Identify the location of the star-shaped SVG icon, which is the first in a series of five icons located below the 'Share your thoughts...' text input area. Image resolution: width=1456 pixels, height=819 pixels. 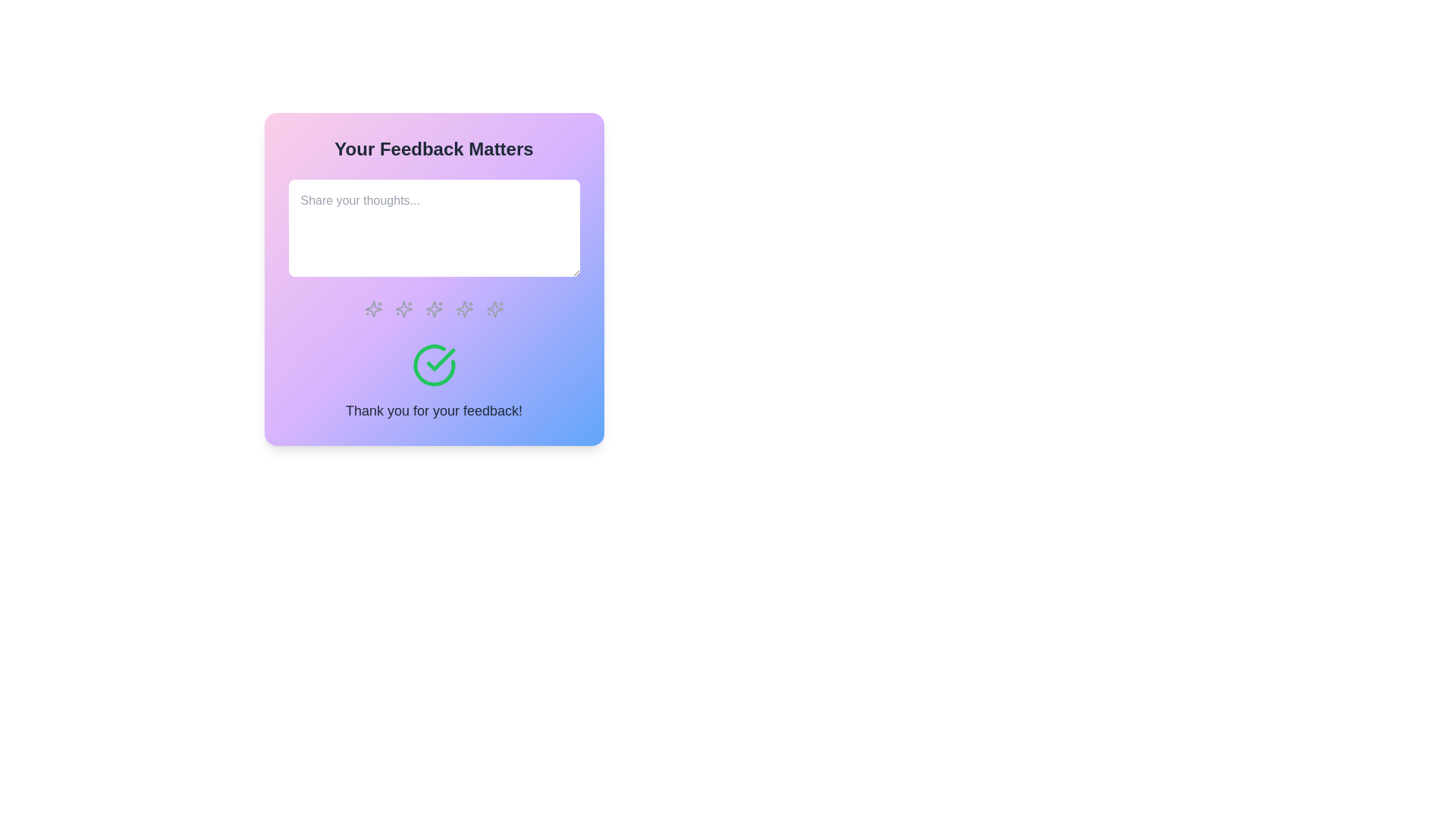
(403, 309).